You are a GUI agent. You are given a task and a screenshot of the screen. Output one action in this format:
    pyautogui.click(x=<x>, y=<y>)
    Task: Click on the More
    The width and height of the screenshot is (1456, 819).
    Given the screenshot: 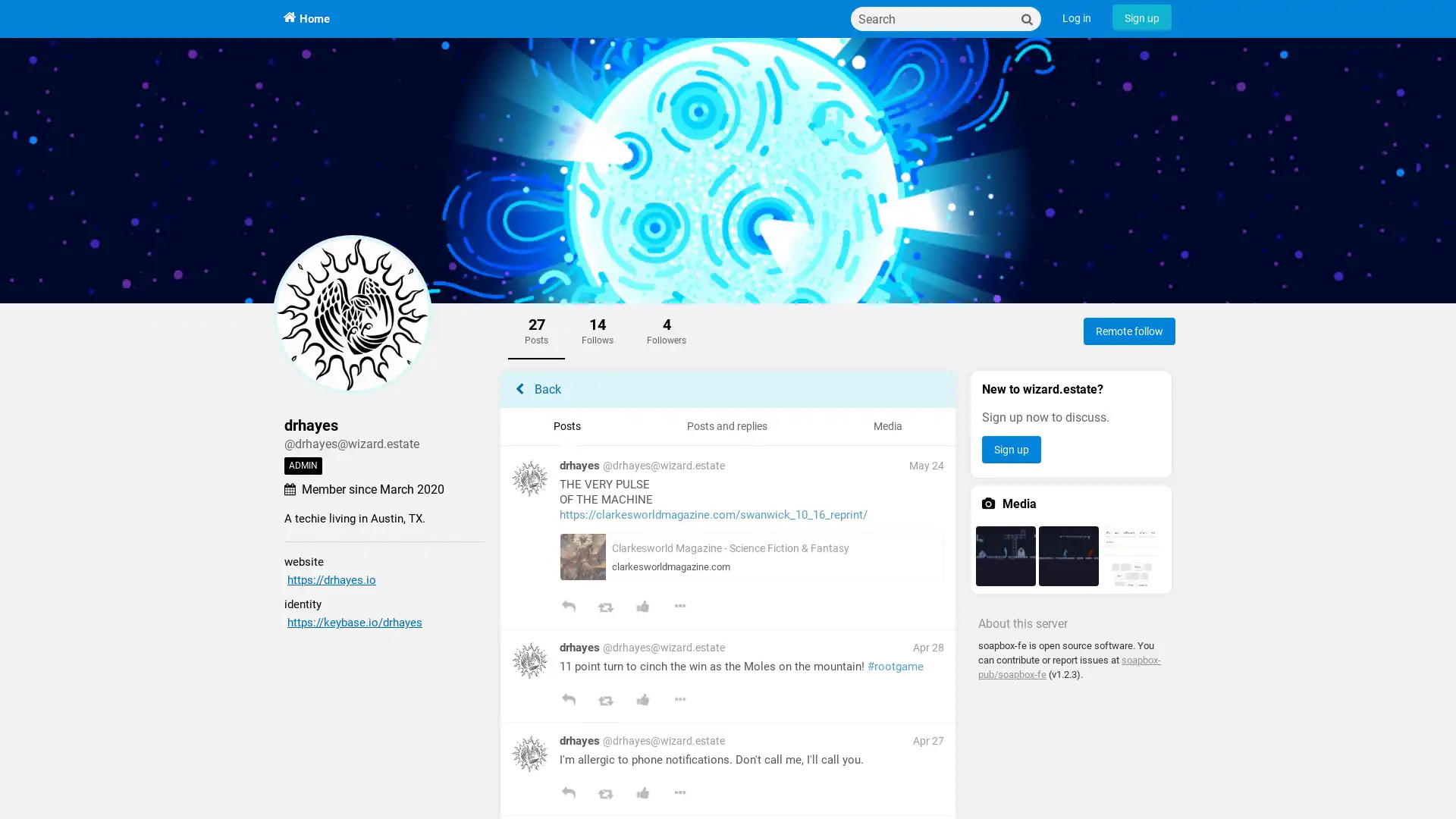 What is the action you would take?
    pyautogui.click(x=679, y=607)
    